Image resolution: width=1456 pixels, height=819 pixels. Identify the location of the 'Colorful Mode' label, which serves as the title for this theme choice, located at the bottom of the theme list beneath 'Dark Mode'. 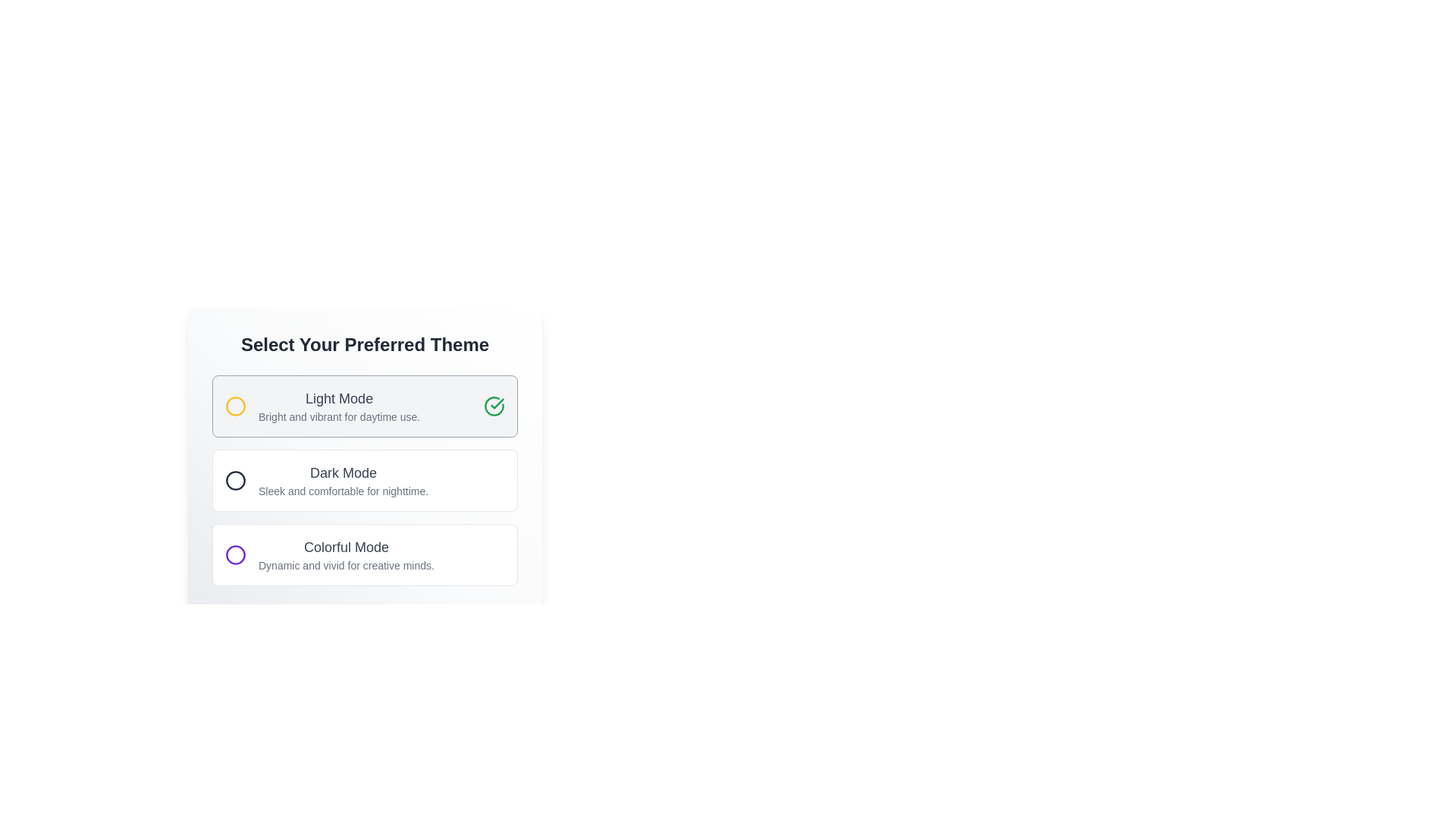
(345, 547).